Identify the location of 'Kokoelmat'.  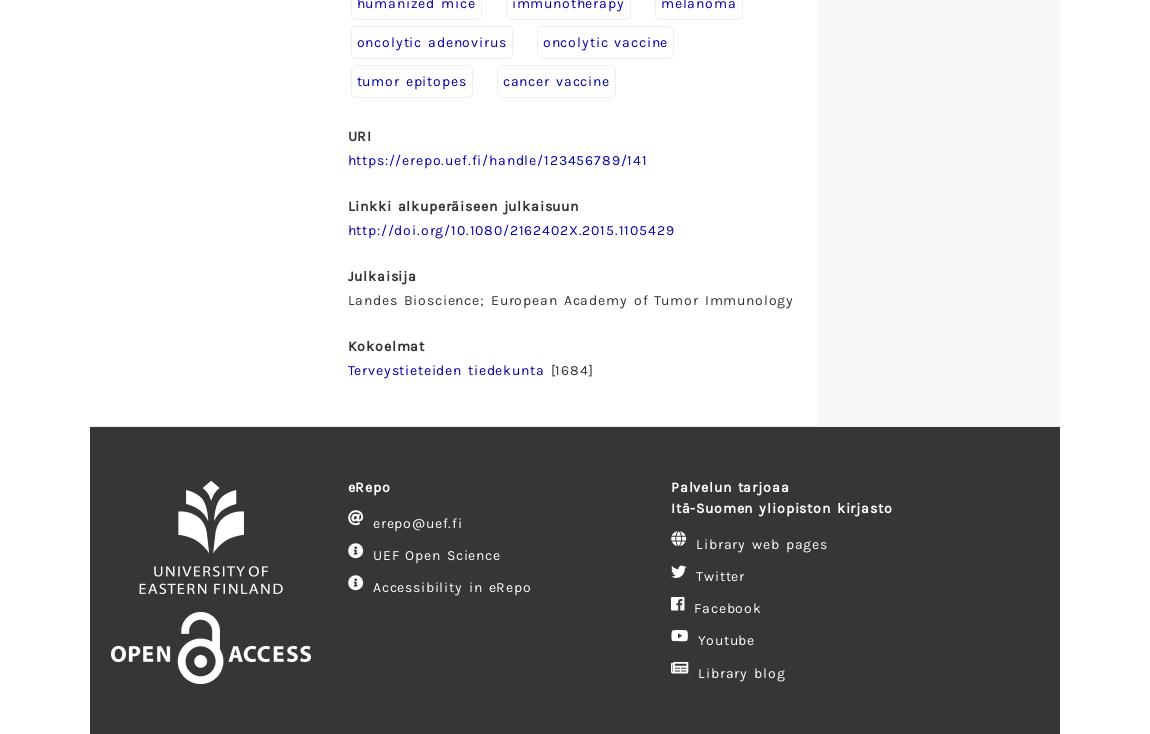
(386, 345).